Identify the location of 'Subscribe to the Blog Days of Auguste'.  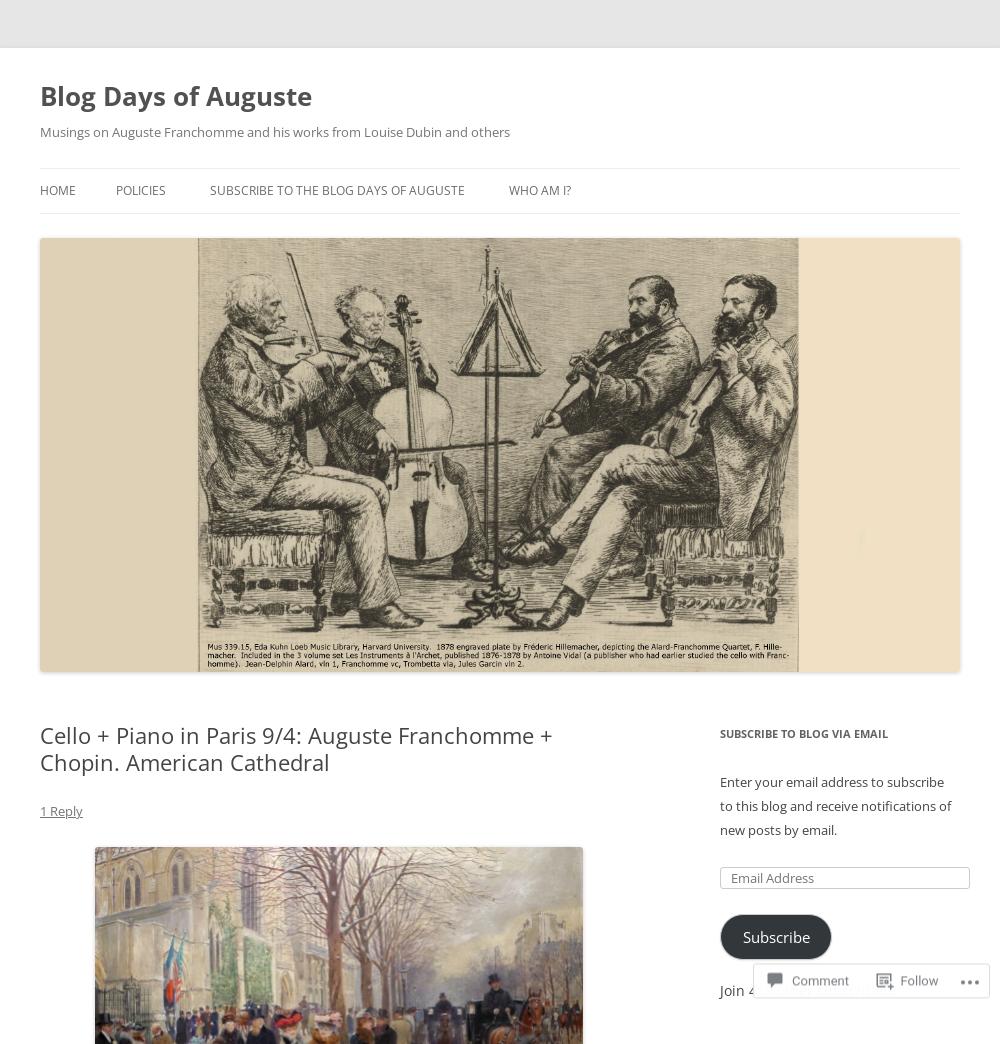
(336, 189).